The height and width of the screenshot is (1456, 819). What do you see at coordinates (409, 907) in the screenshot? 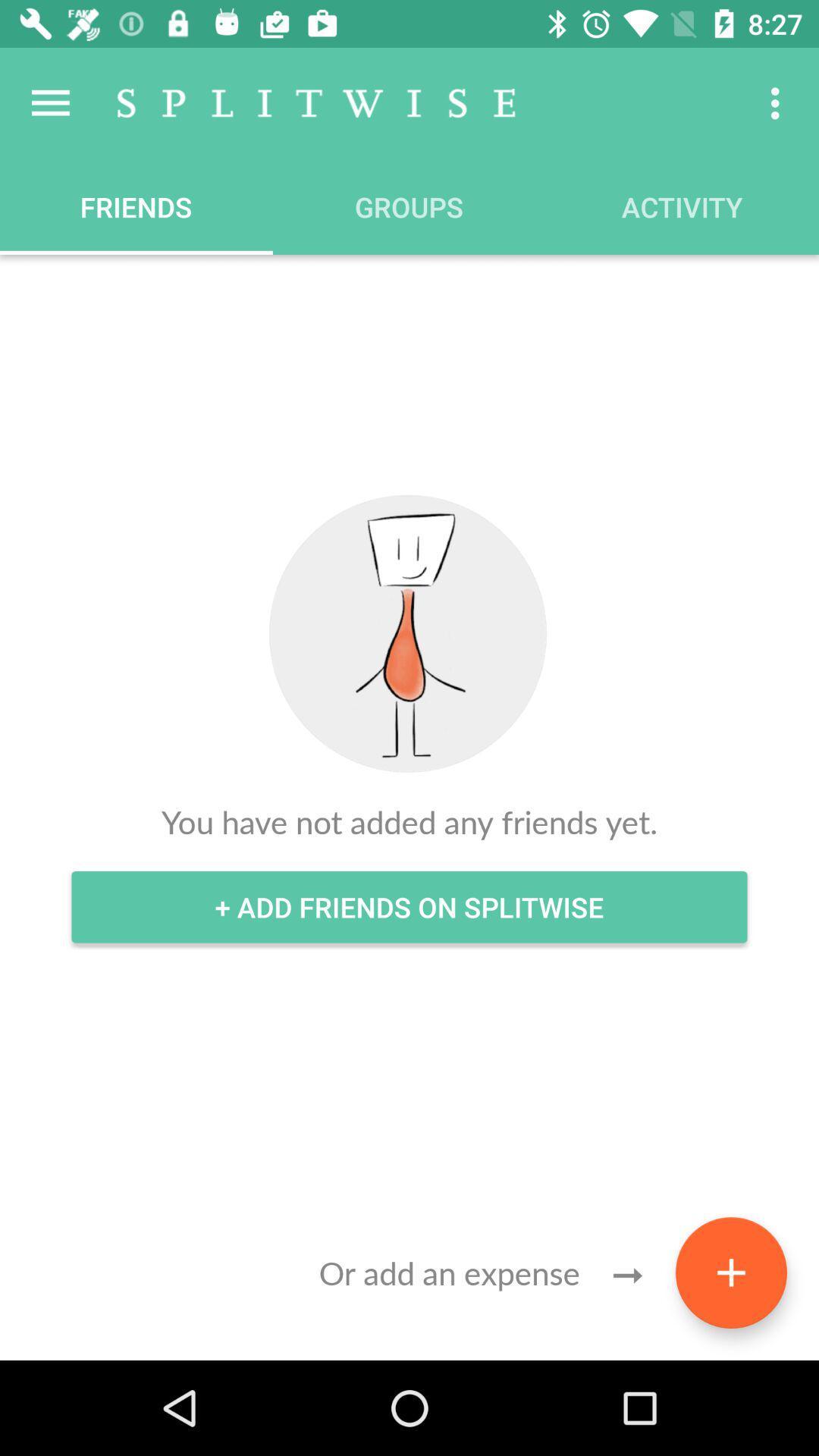
I see `add friends on item` at bounding box center [409, 907].